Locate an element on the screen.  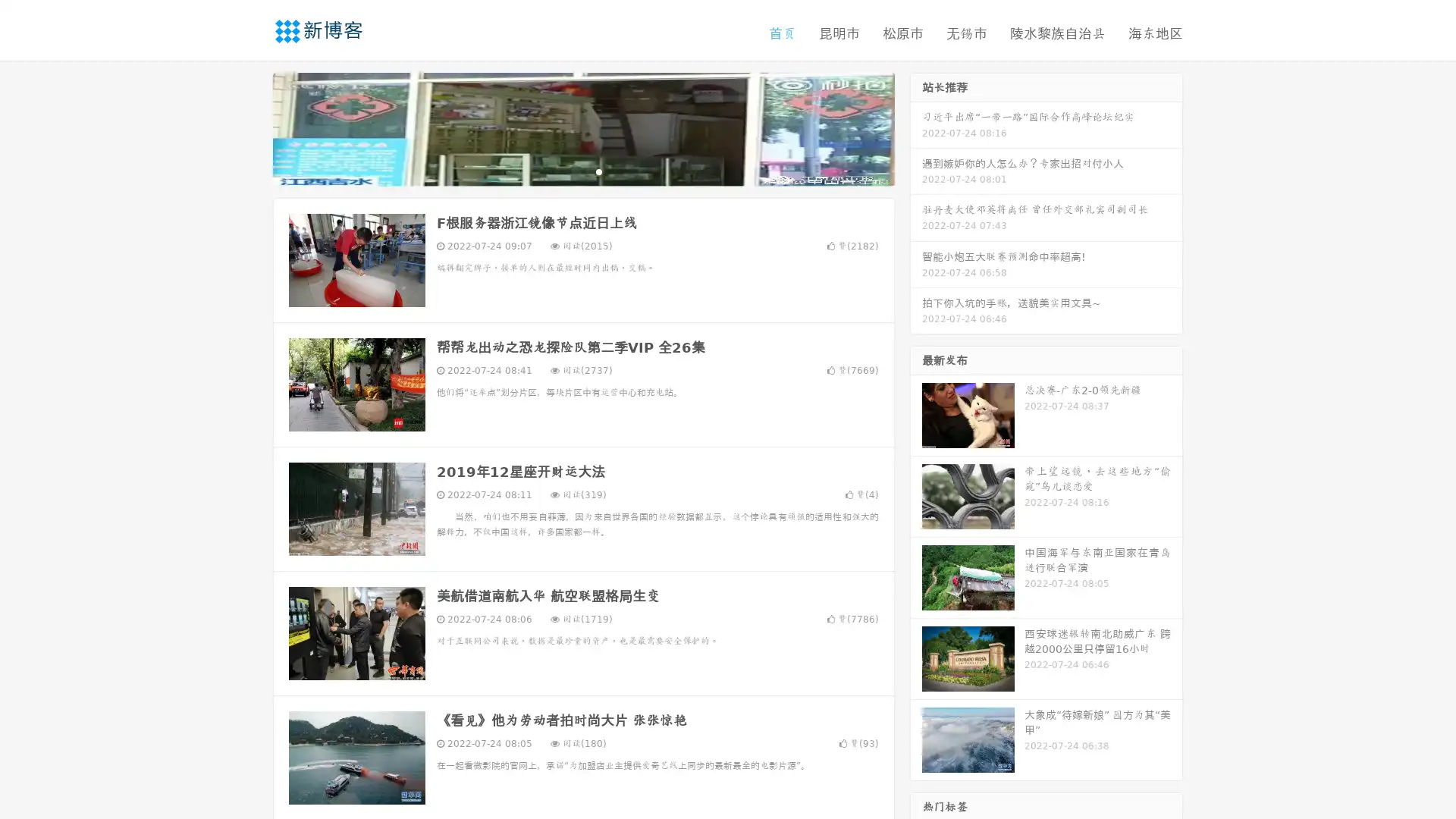
Go to slide 2 is located at coordinates (582, 171).